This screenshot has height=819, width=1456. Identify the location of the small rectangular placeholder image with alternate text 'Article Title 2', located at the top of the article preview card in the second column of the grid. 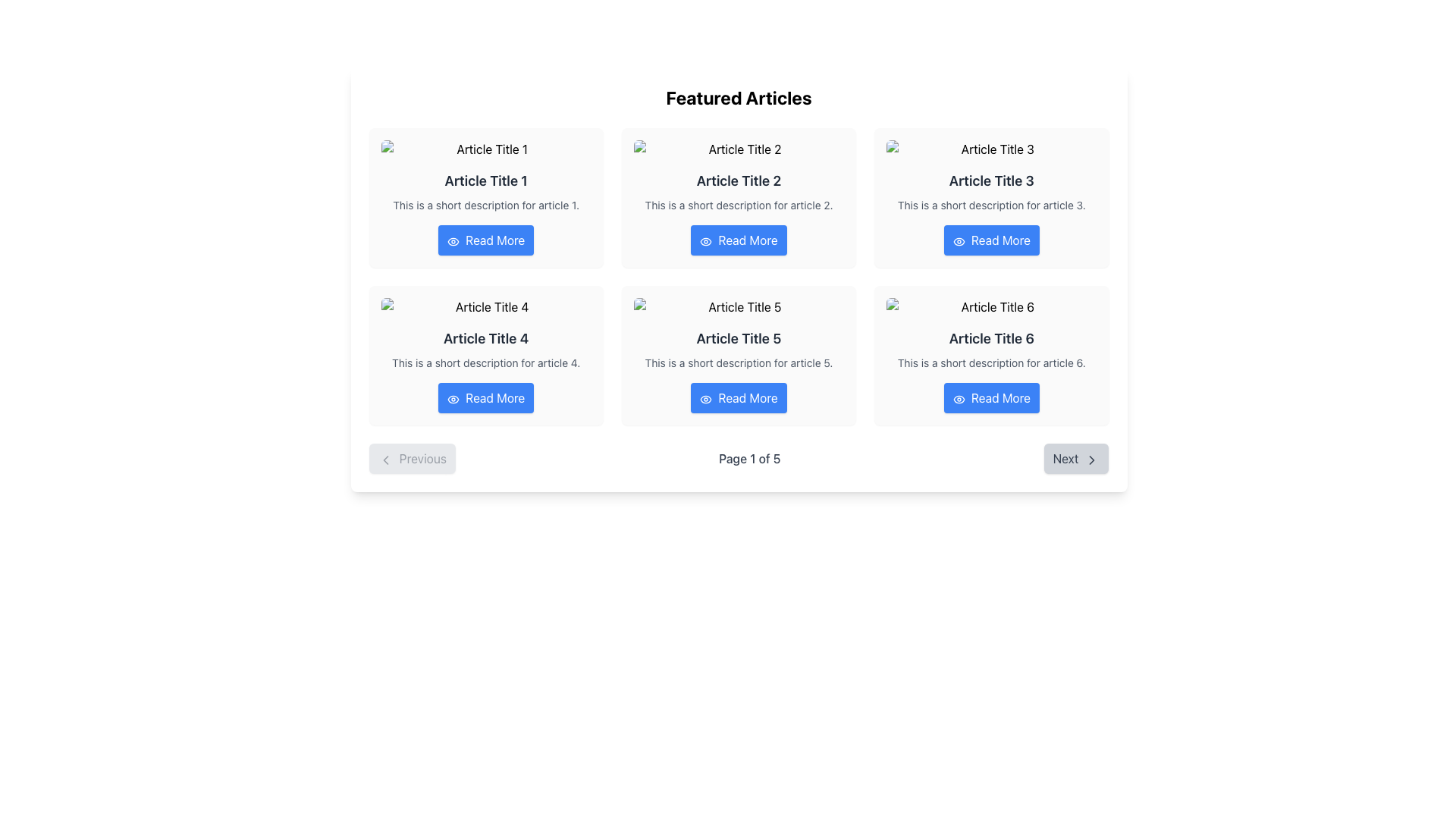
(739, 149).